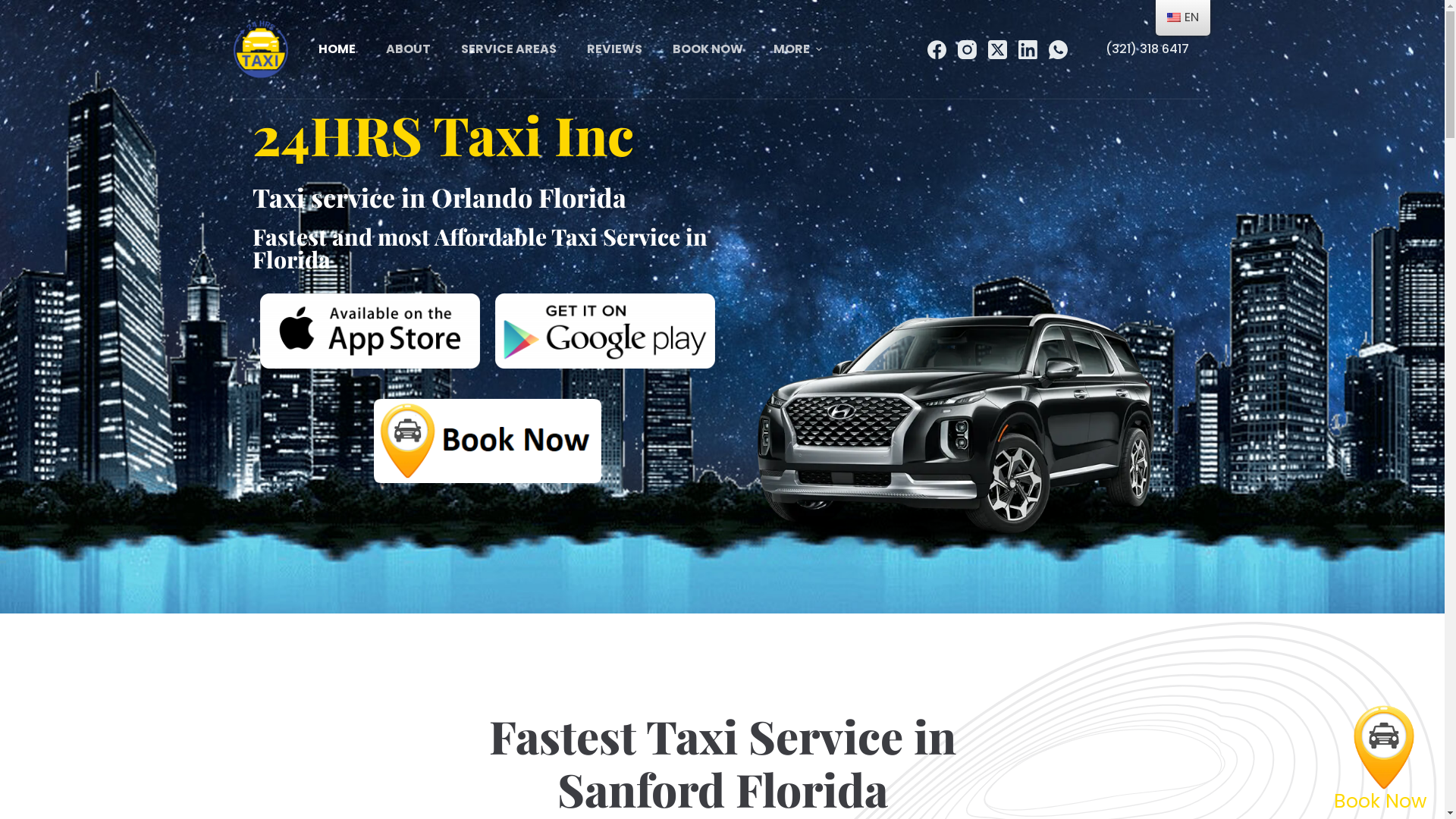 This screenshot has height=819, width=1456. I want to click on '(321) 318 6417', so click(1147, 49).